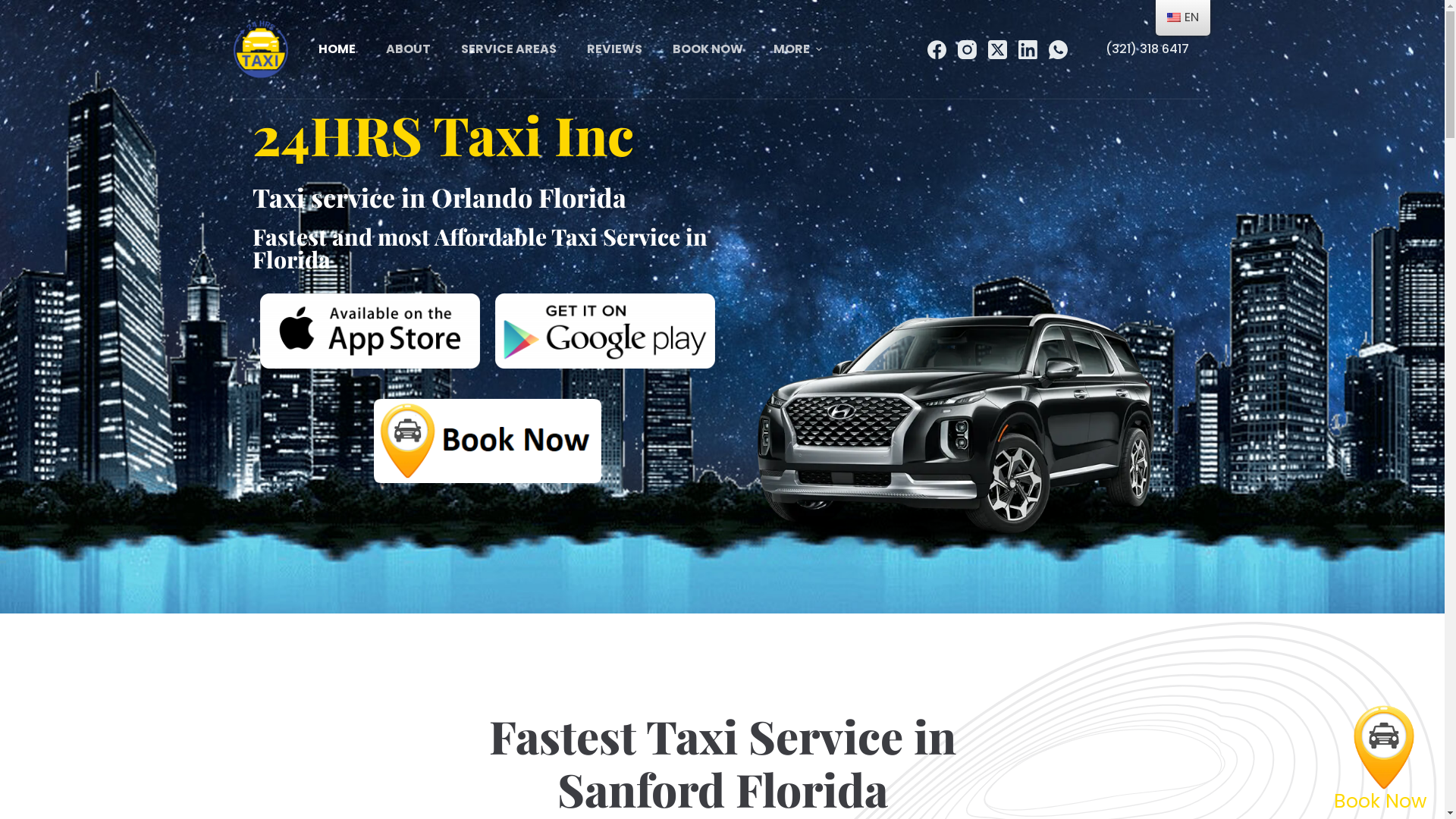 This screenshot has height=819, width=1456. I want to click on '(321) 318 6417', so click(1147, 49).